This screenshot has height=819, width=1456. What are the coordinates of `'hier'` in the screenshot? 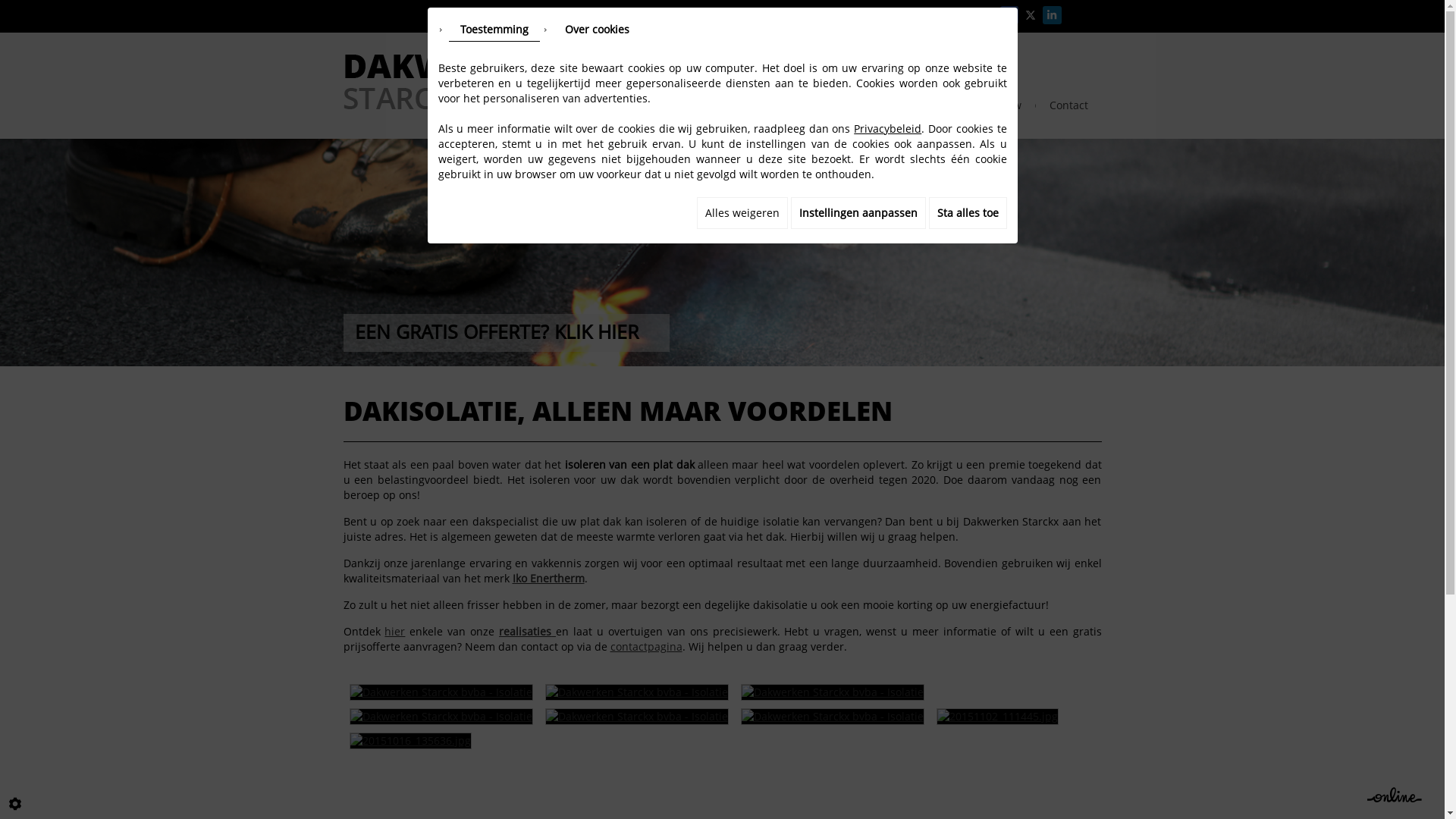 It's located at (394, 631).